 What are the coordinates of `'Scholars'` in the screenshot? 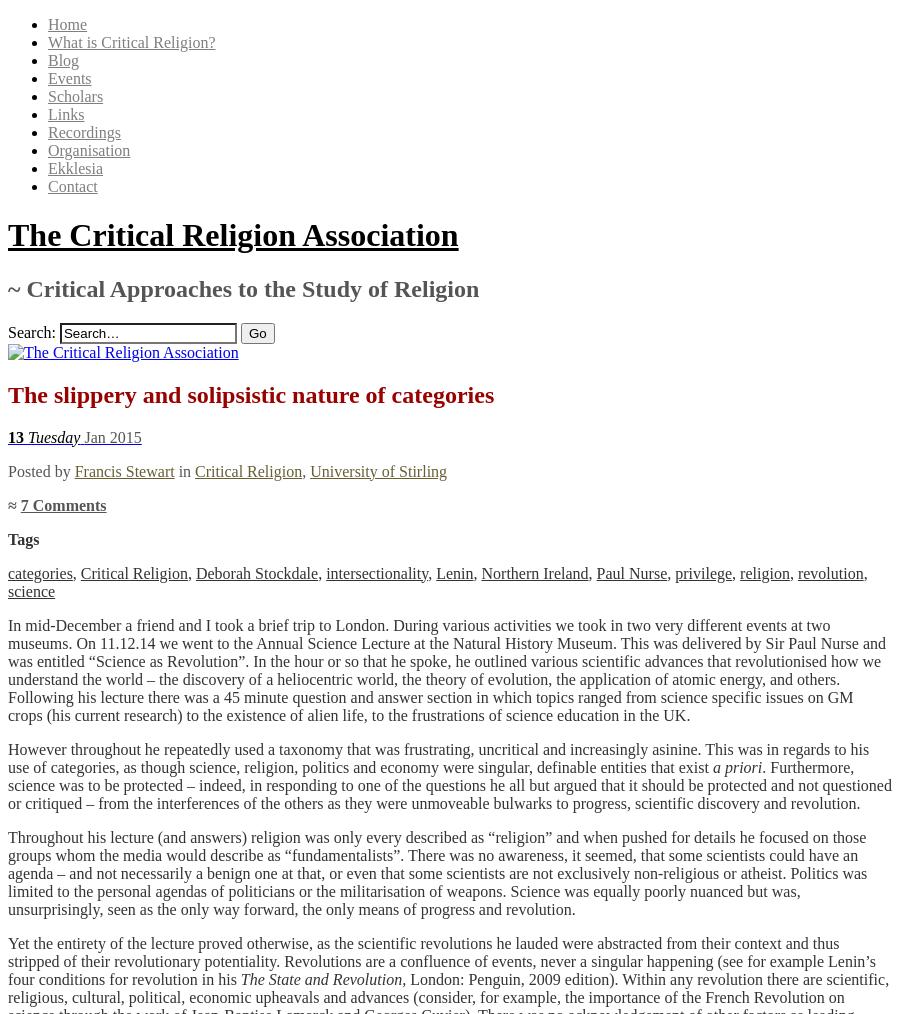 It's located at (74, 96).